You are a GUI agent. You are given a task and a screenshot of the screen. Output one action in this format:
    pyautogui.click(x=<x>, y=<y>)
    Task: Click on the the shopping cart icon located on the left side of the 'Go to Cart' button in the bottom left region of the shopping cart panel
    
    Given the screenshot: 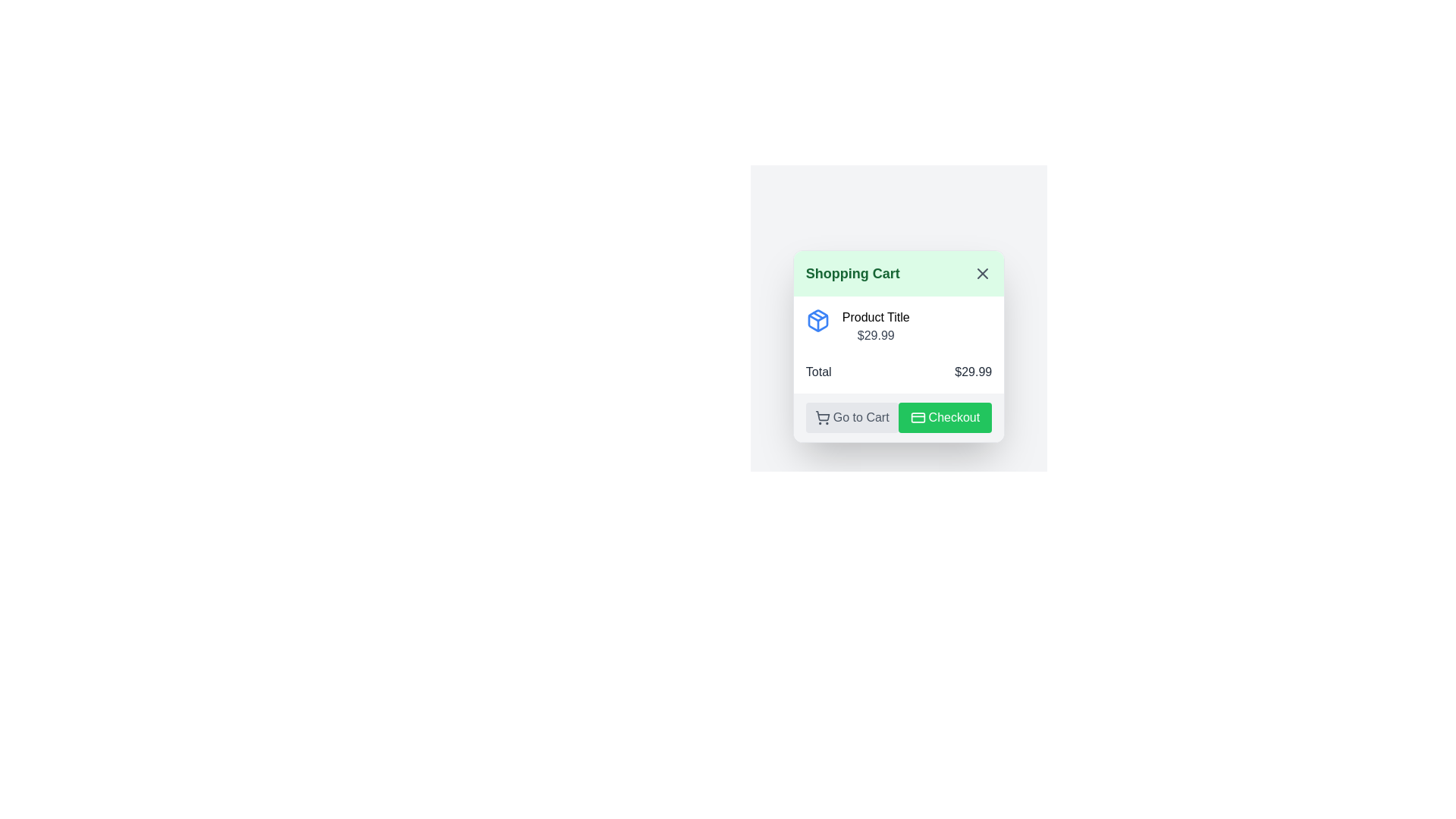 What is the action you would take?
    pyautogui.click(x=821, y=418)
    